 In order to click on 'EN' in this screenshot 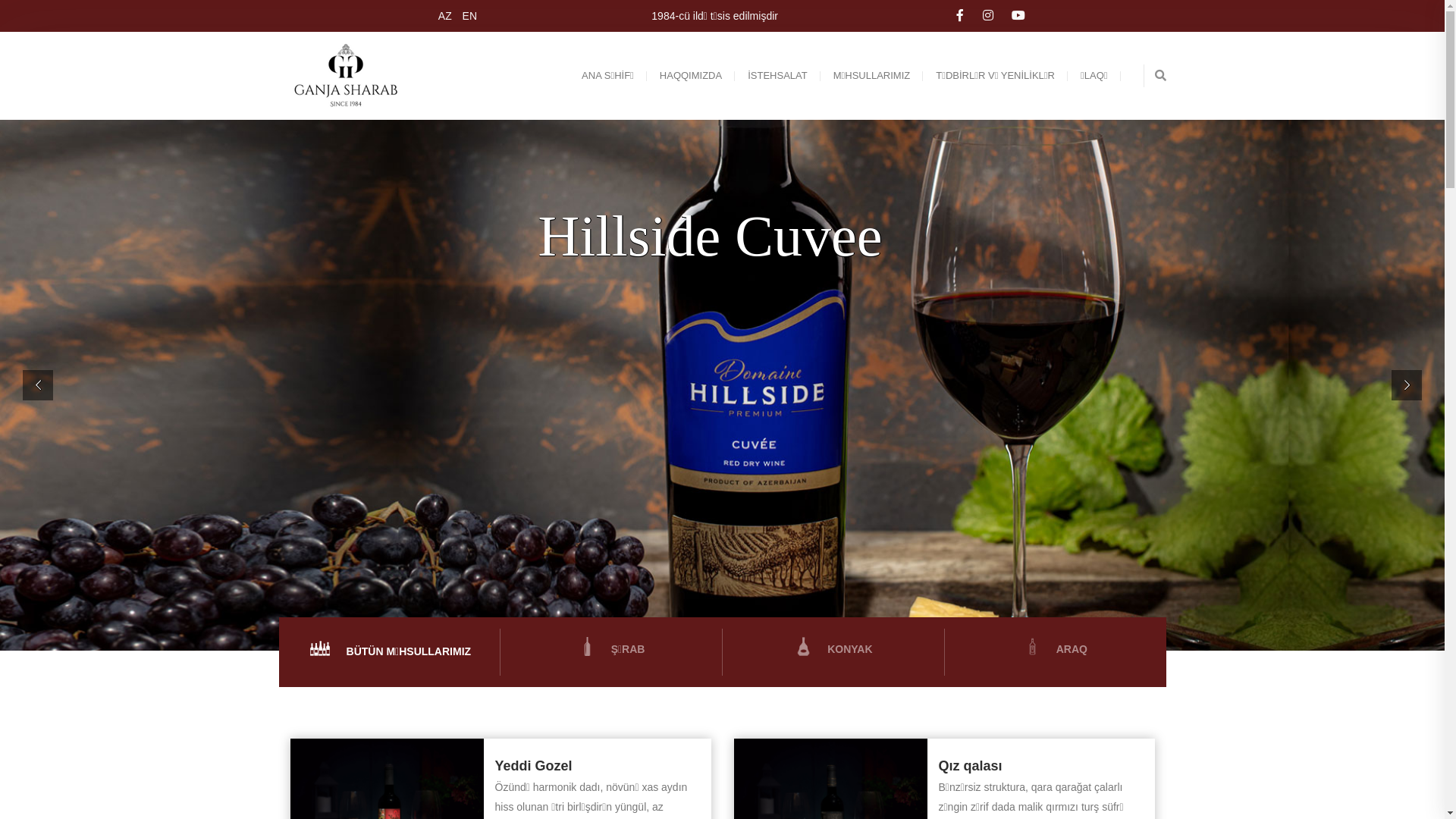, I will do `click(465, 15)`.